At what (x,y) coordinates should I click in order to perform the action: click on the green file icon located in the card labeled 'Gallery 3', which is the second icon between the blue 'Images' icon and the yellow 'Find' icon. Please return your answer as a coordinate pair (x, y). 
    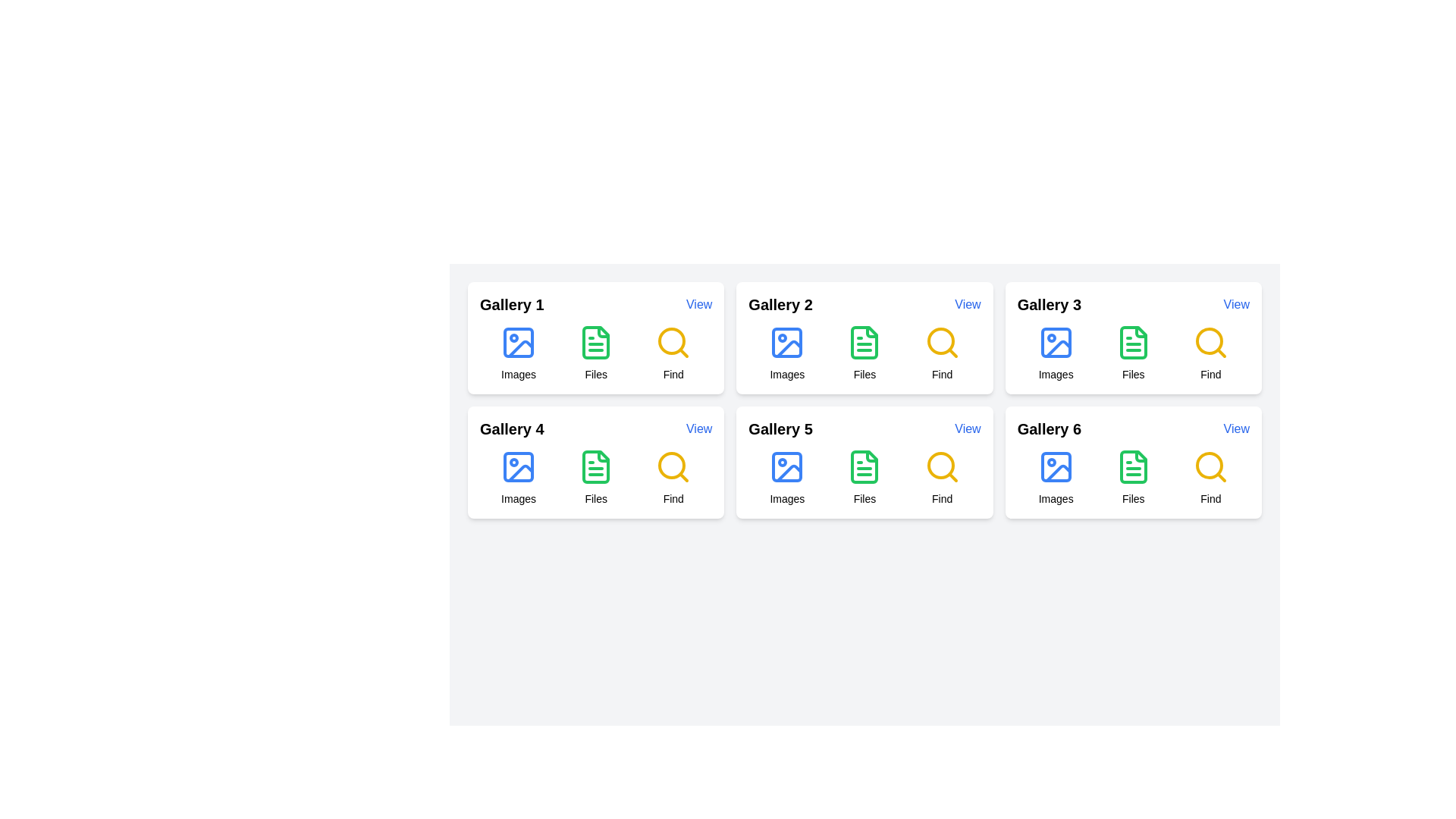
    Looking at the image, I should click on (1133, 342).